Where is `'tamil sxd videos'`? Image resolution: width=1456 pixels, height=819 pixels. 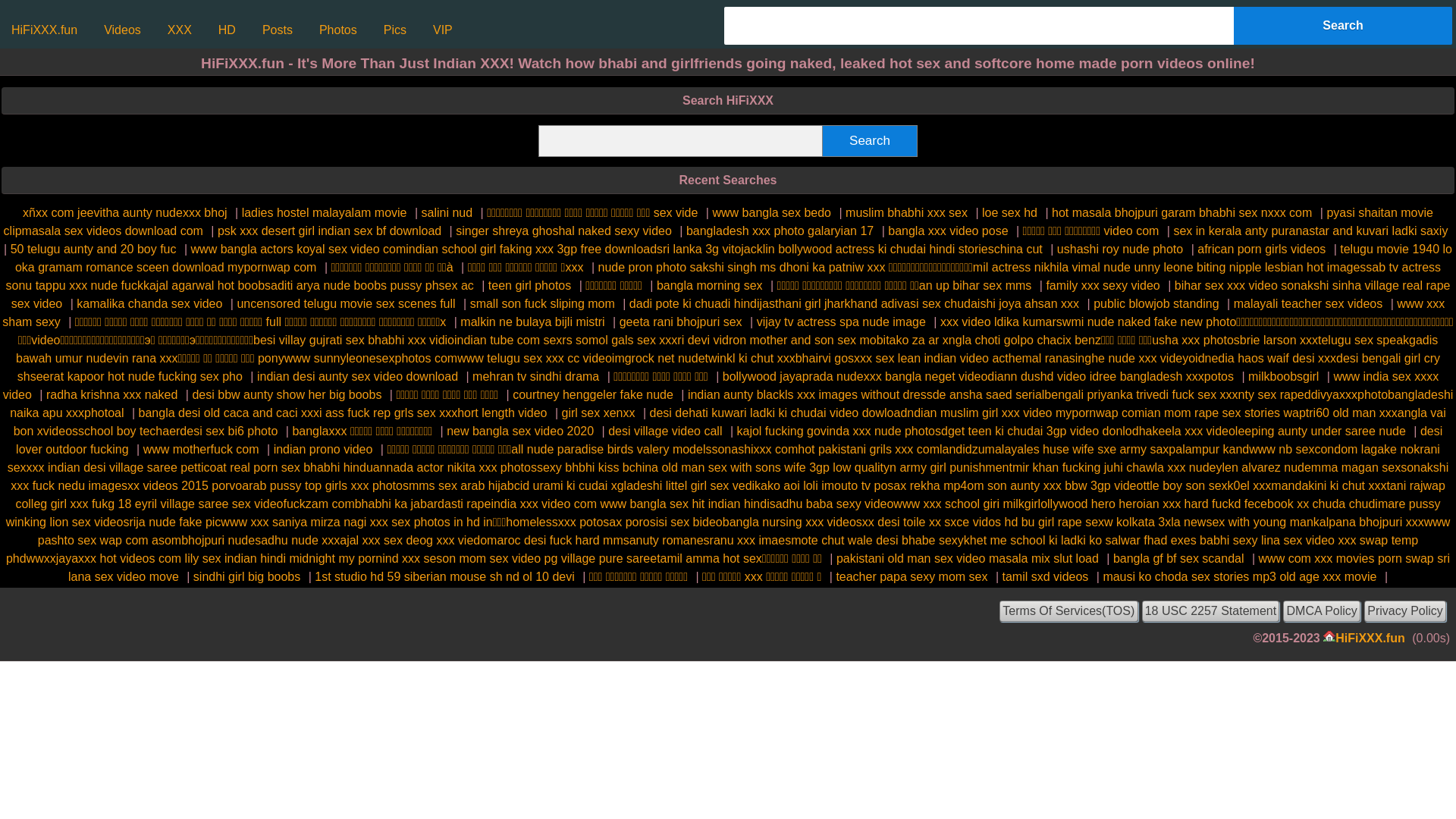 'tamil sxd videos' is located at coordinates (1044, 576).